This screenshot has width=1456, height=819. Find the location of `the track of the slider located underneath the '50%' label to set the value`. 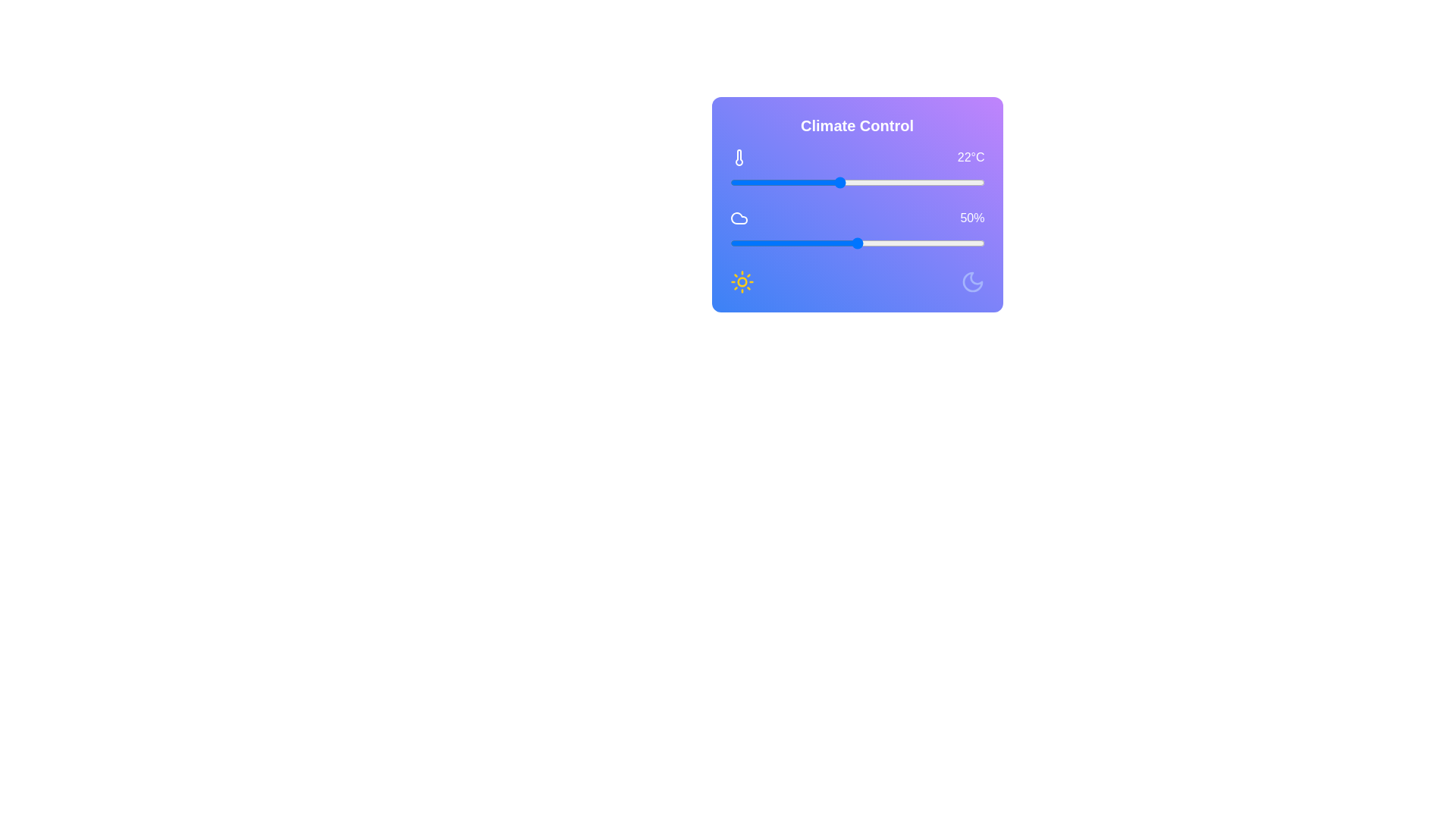

the track of the slider located underneath the '50%' label to set the value is located at coordinates (857, 242).